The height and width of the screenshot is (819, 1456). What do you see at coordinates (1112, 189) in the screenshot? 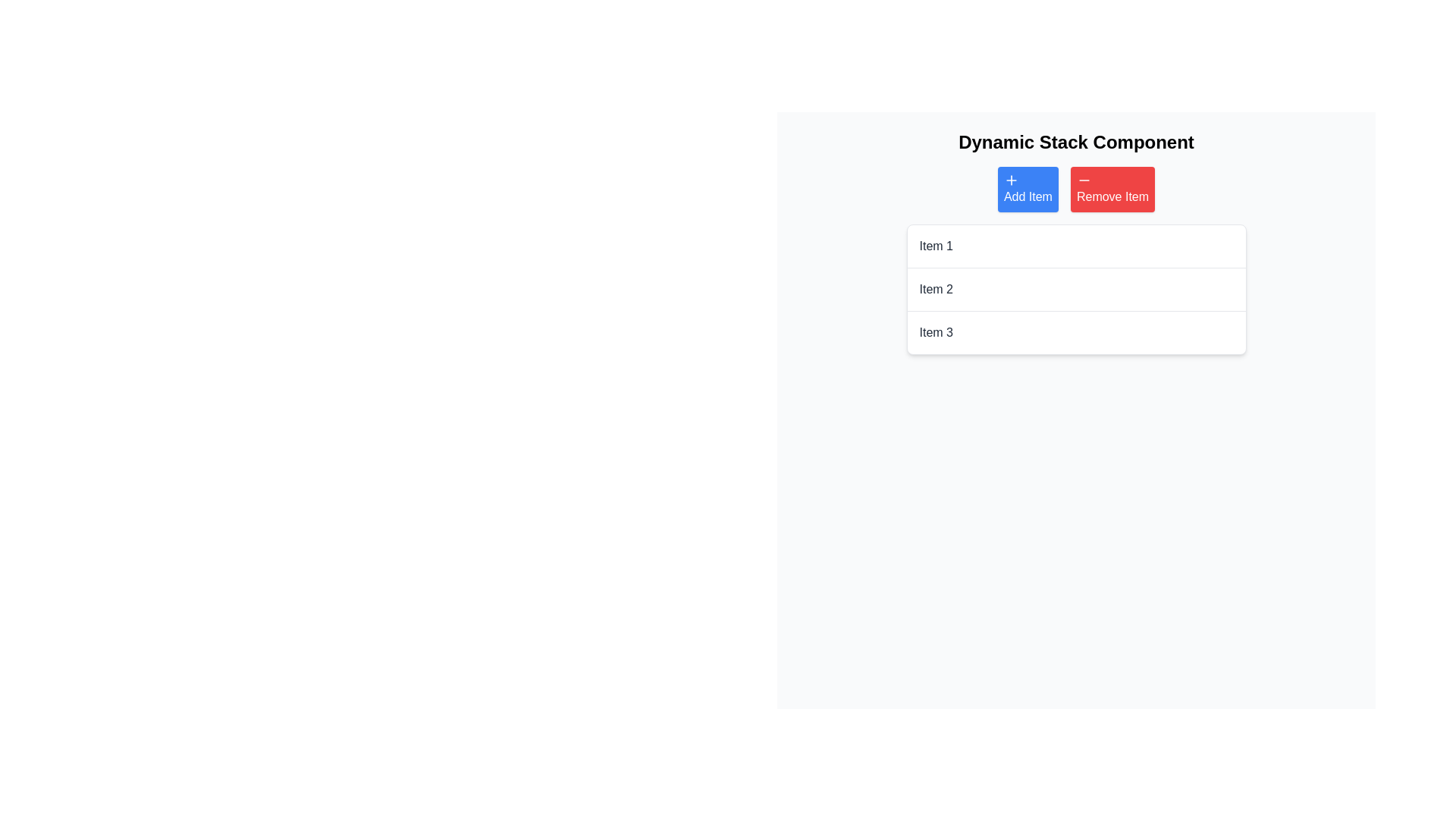
I see `the red 'Remove Item' button, which features a white minus icon and is located to the right of the blue 'Add Item' button` at bounding box center [1112, 189].